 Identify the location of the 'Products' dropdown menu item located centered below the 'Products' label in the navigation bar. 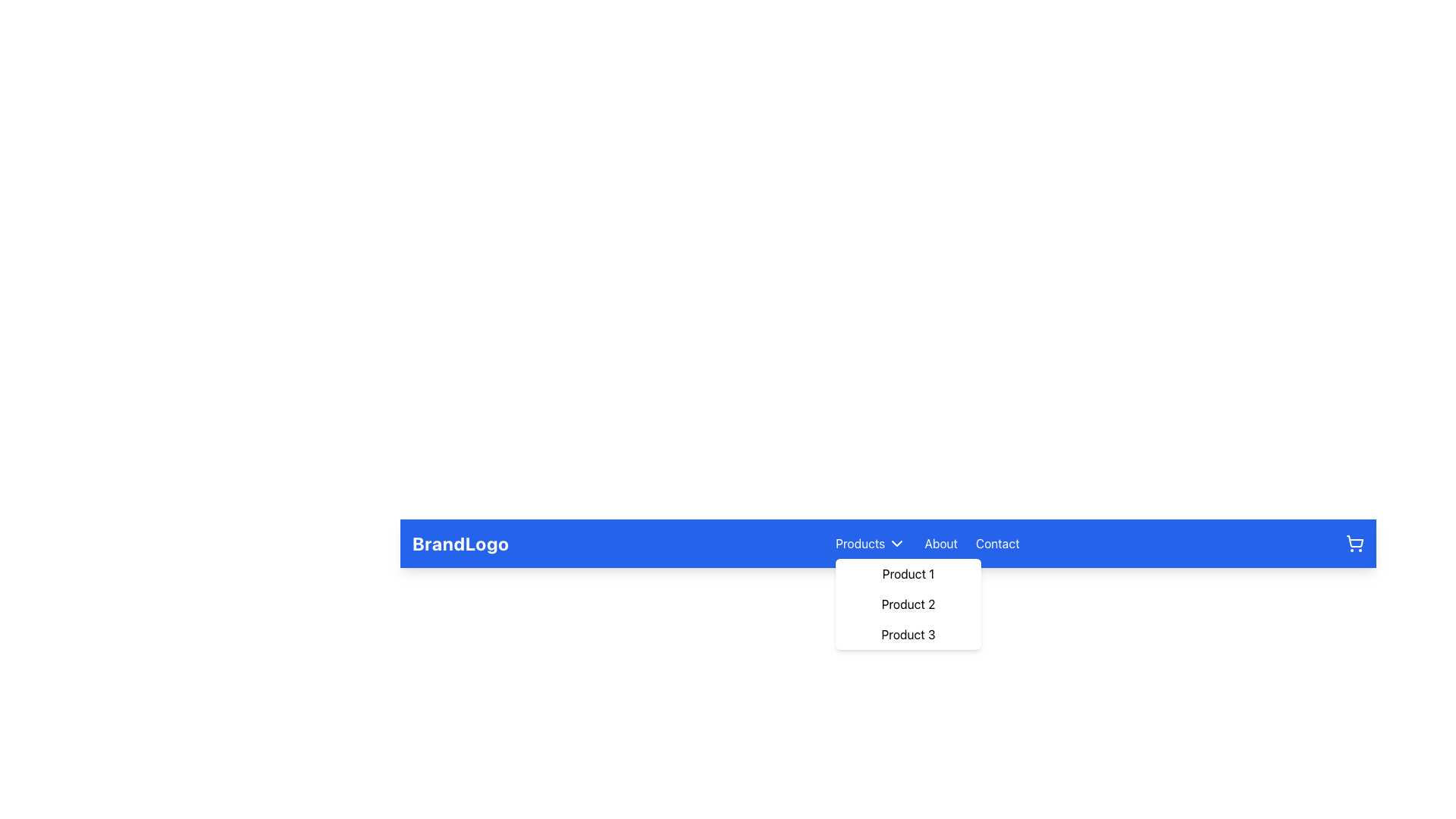
(908, 604).